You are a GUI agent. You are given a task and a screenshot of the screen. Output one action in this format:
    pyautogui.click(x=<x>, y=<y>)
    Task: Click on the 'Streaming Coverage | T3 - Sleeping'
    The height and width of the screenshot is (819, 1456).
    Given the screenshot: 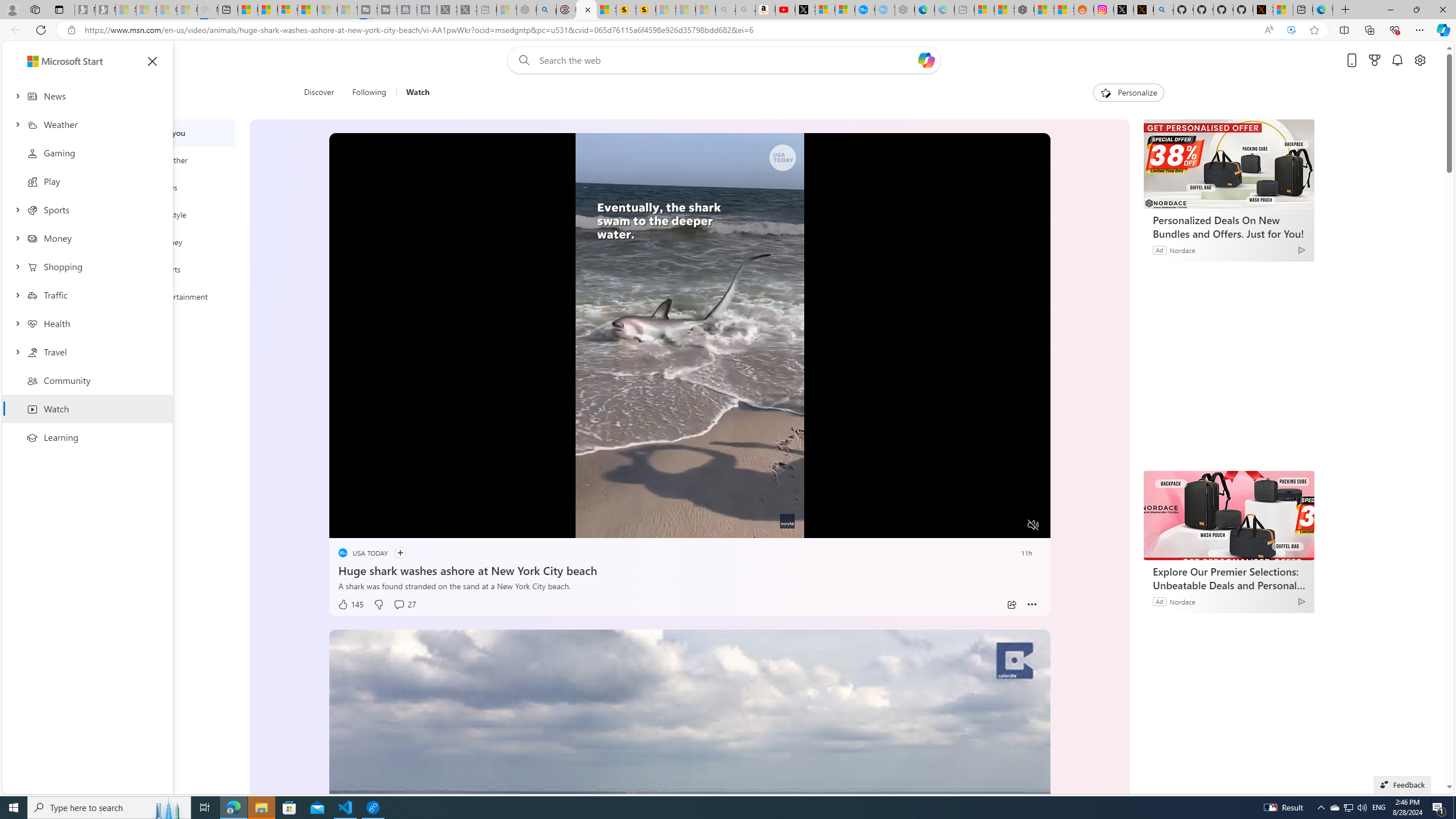 What is the action you would take?
    pyautogui.click(x=366, y=9)
    